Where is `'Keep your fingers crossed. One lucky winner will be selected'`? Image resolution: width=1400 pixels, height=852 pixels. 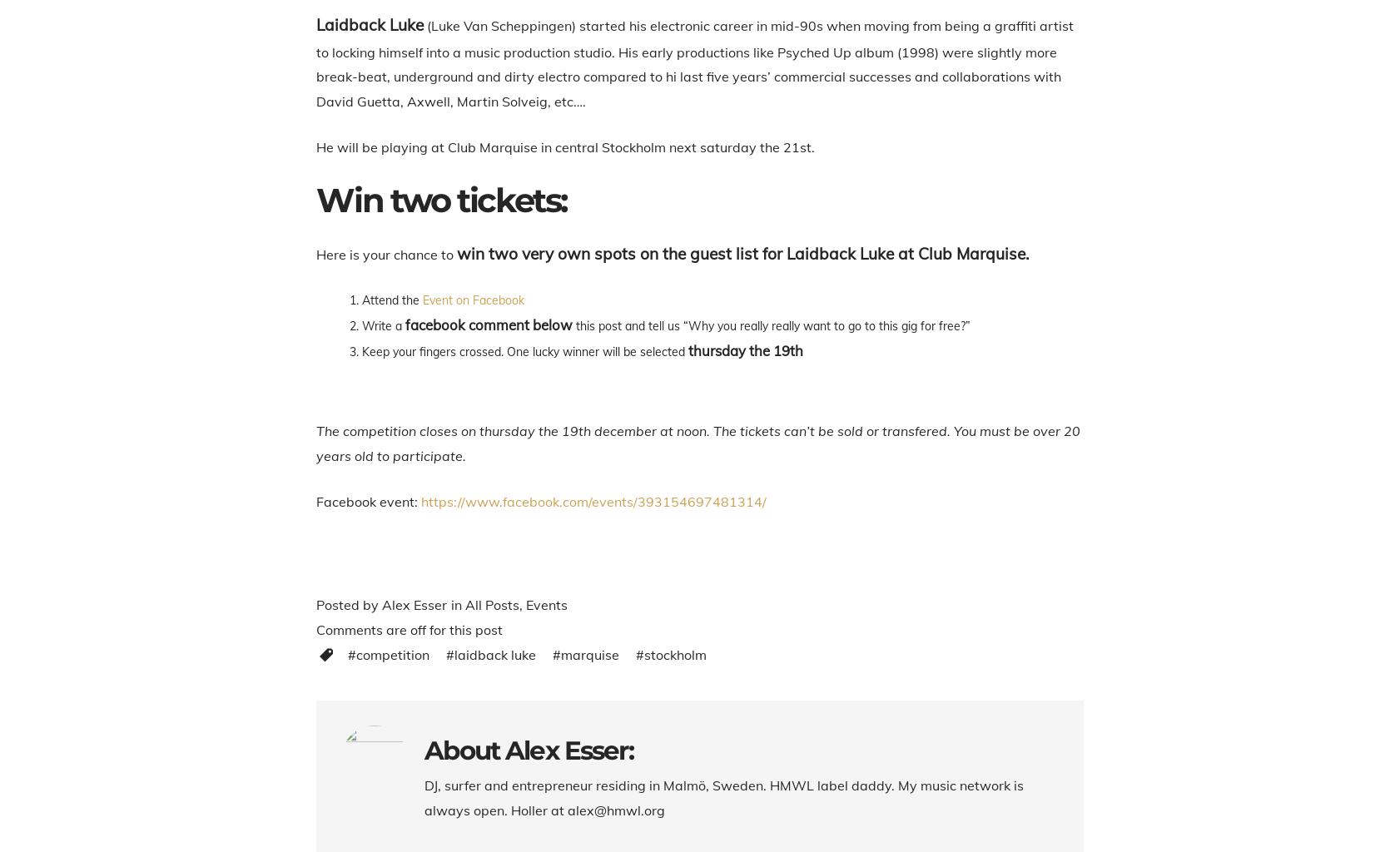 'Keep your fingers crossed. One lucky winner will be selected' is located at coordinates (361, 351).